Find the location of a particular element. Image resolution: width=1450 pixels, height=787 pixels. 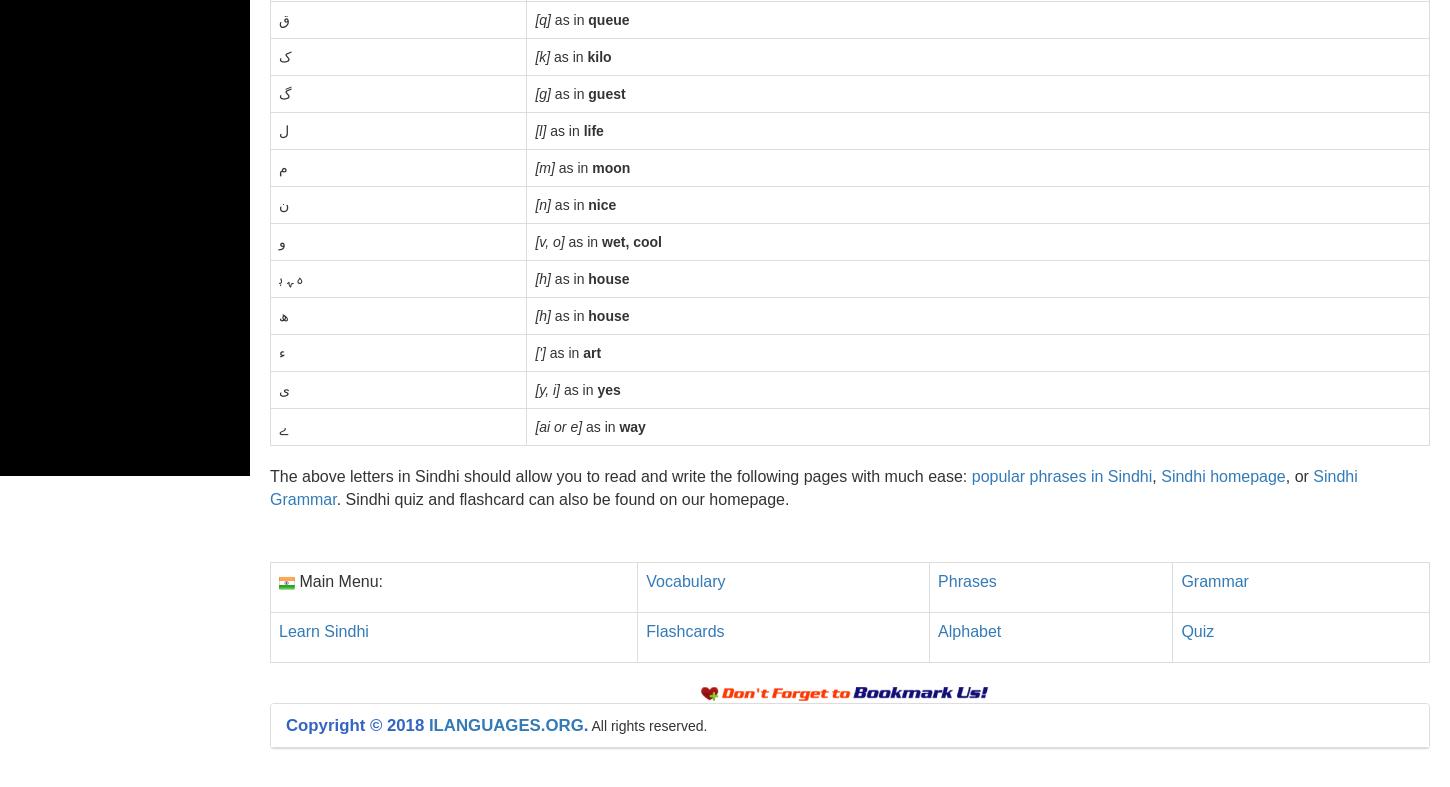

'[l]' is located at coordinates (540, 130).